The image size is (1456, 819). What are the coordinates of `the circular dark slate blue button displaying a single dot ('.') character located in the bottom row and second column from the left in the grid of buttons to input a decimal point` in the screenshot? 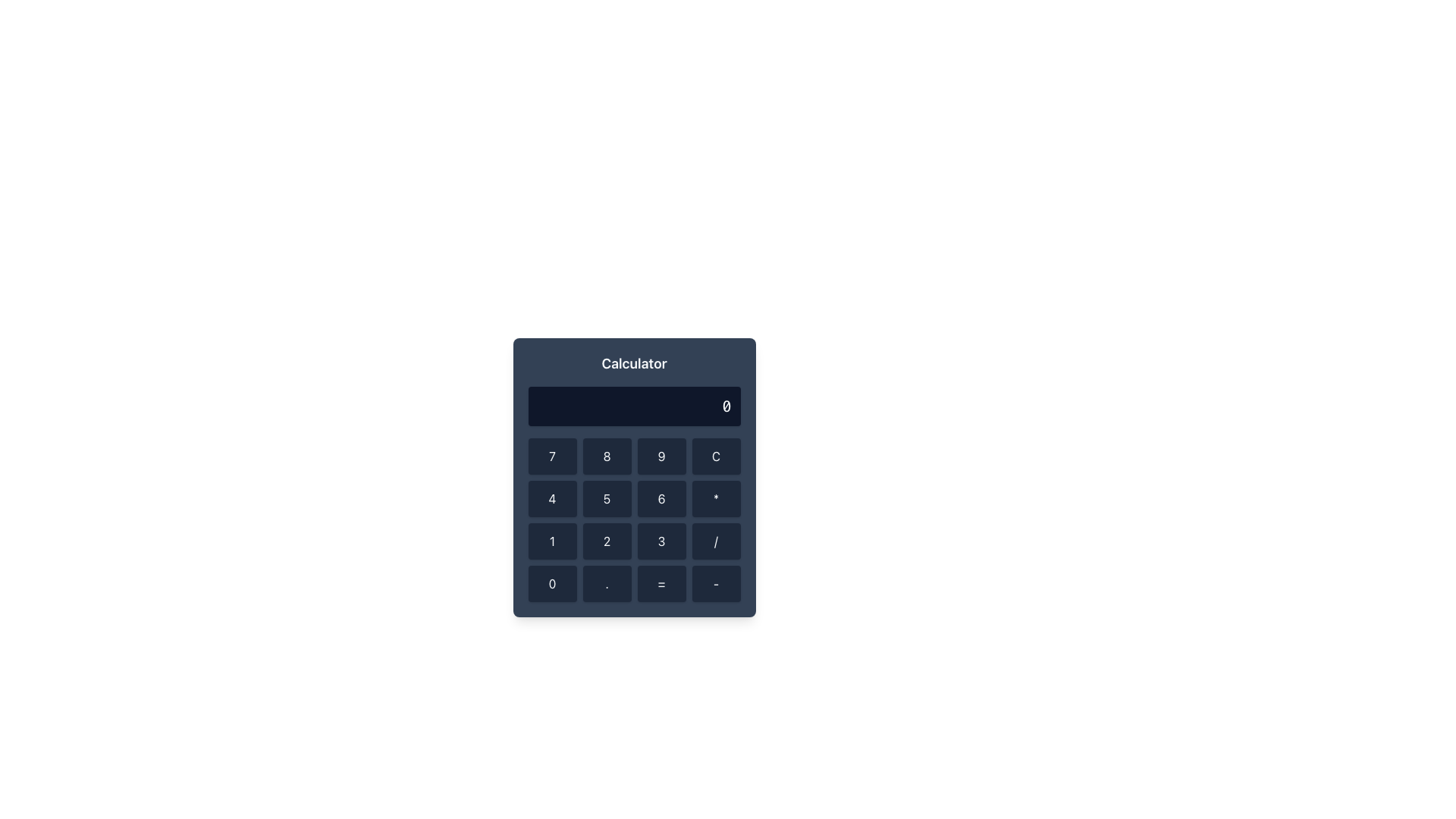 It's located at (607, 583).